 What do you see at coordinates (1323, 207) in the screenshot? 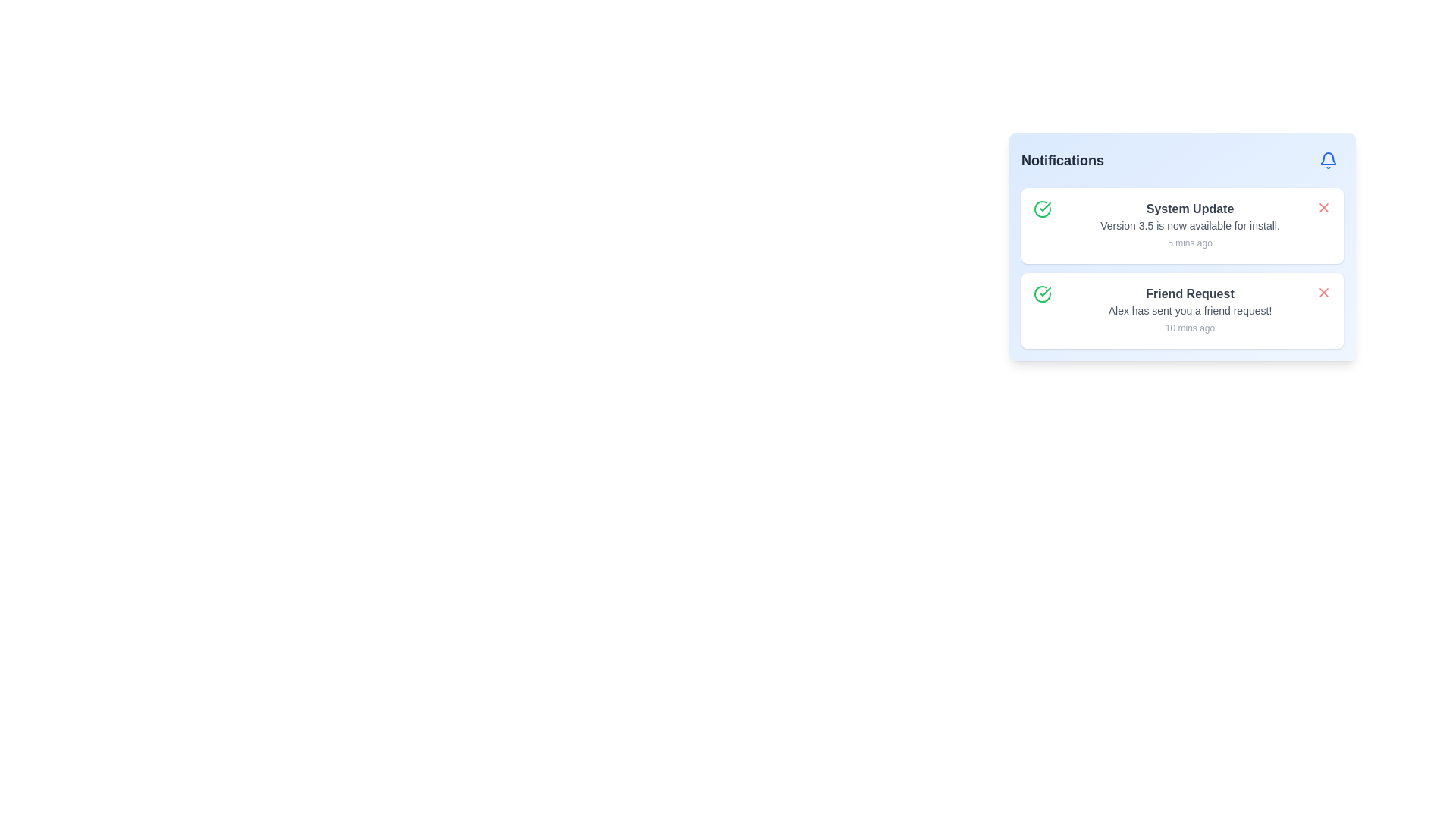
I see `the dismiss button located at the upper-right corner of the 'System Update' notification card` at bounding box center [1323, 207].